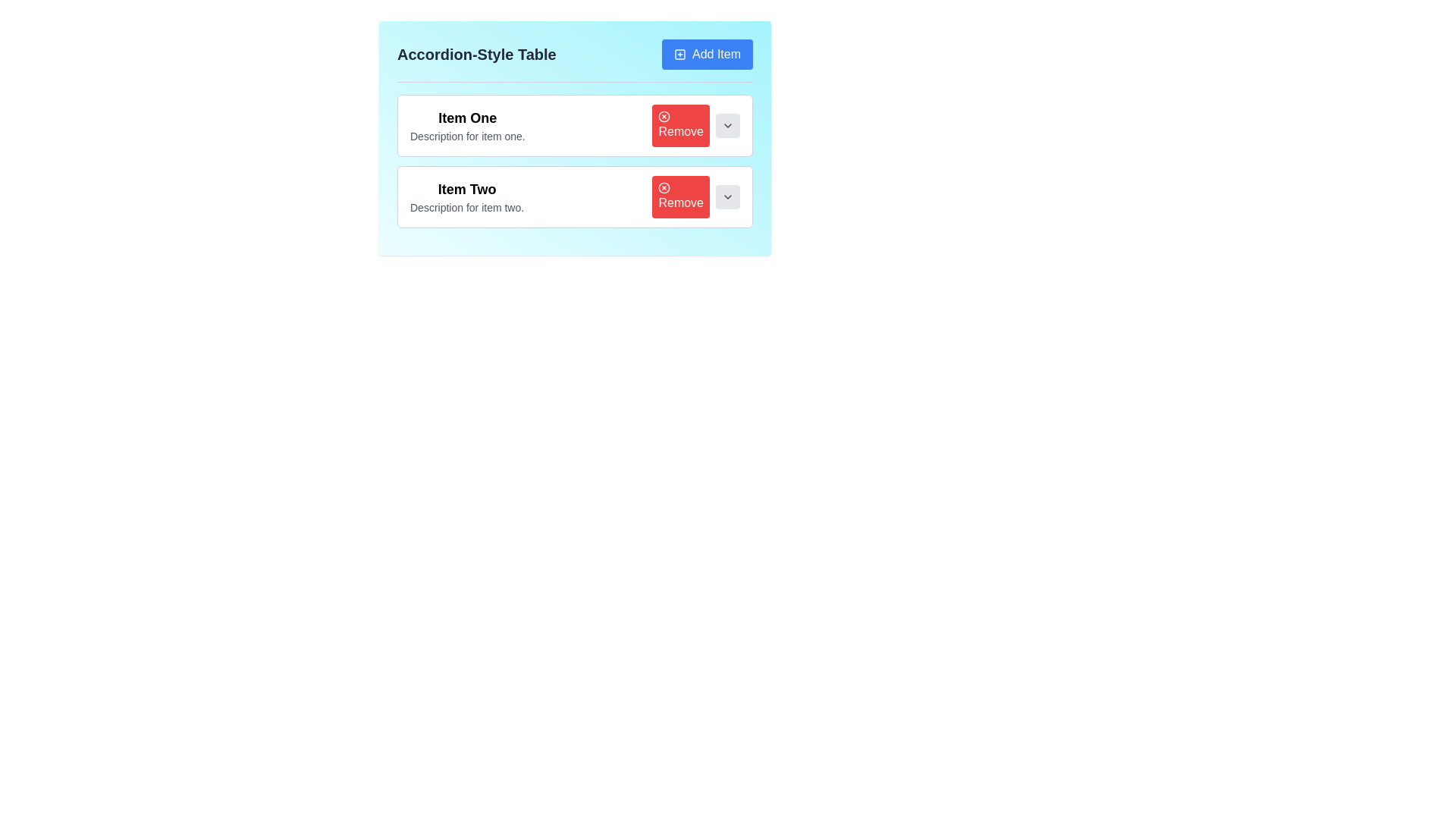 The image size is (1456, 819). What do you see at coordinates (466, 117) in the screenshot?
I see `the bold text label that reads 'Item One', which is prominently displayed at the top of the list structure above the descriptive text` at bounding box center [466, 117].